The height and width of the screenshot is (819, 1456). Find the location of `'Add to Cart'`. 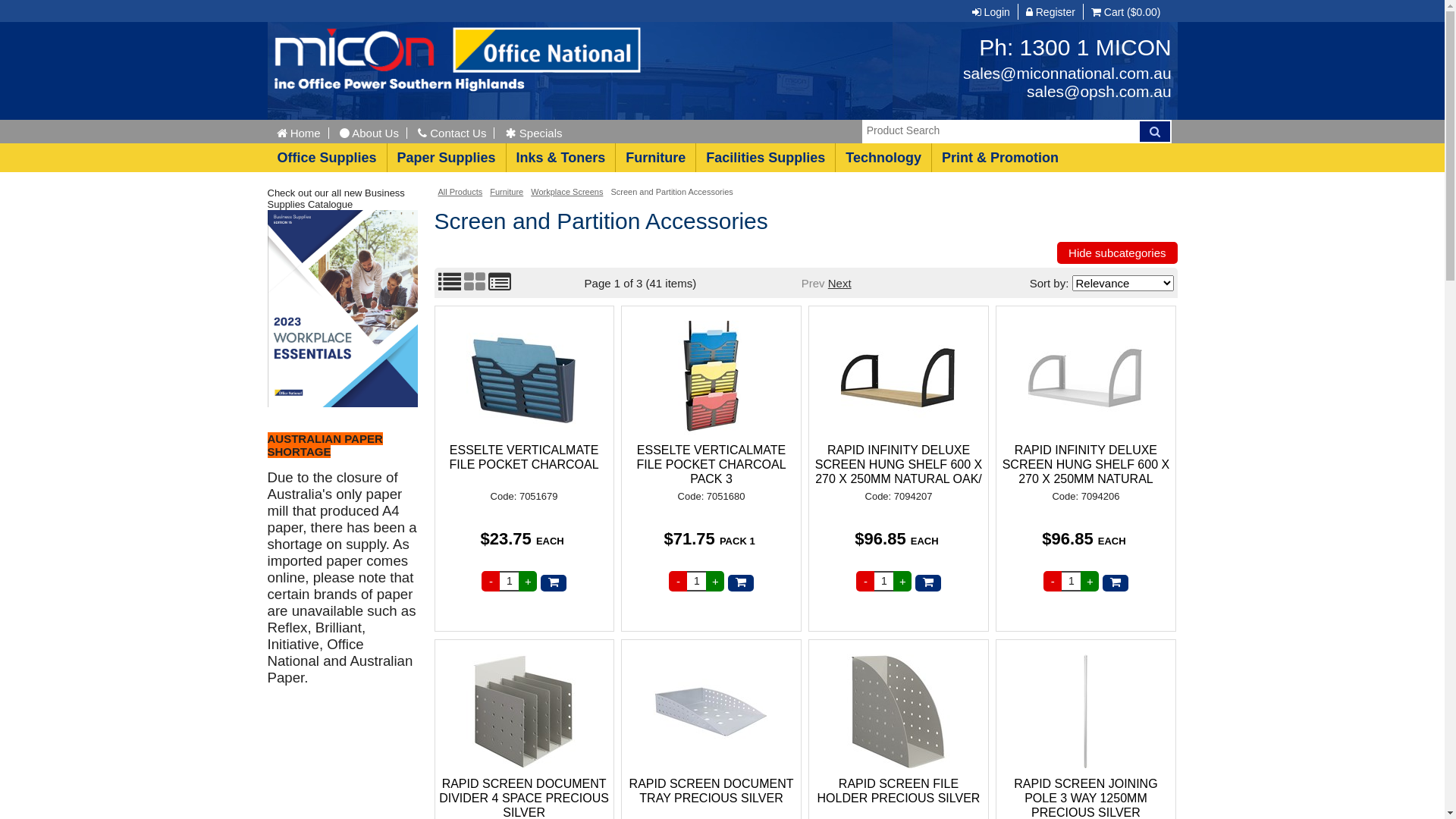

'Add to Cart' is located at coordinates (1115, 582).